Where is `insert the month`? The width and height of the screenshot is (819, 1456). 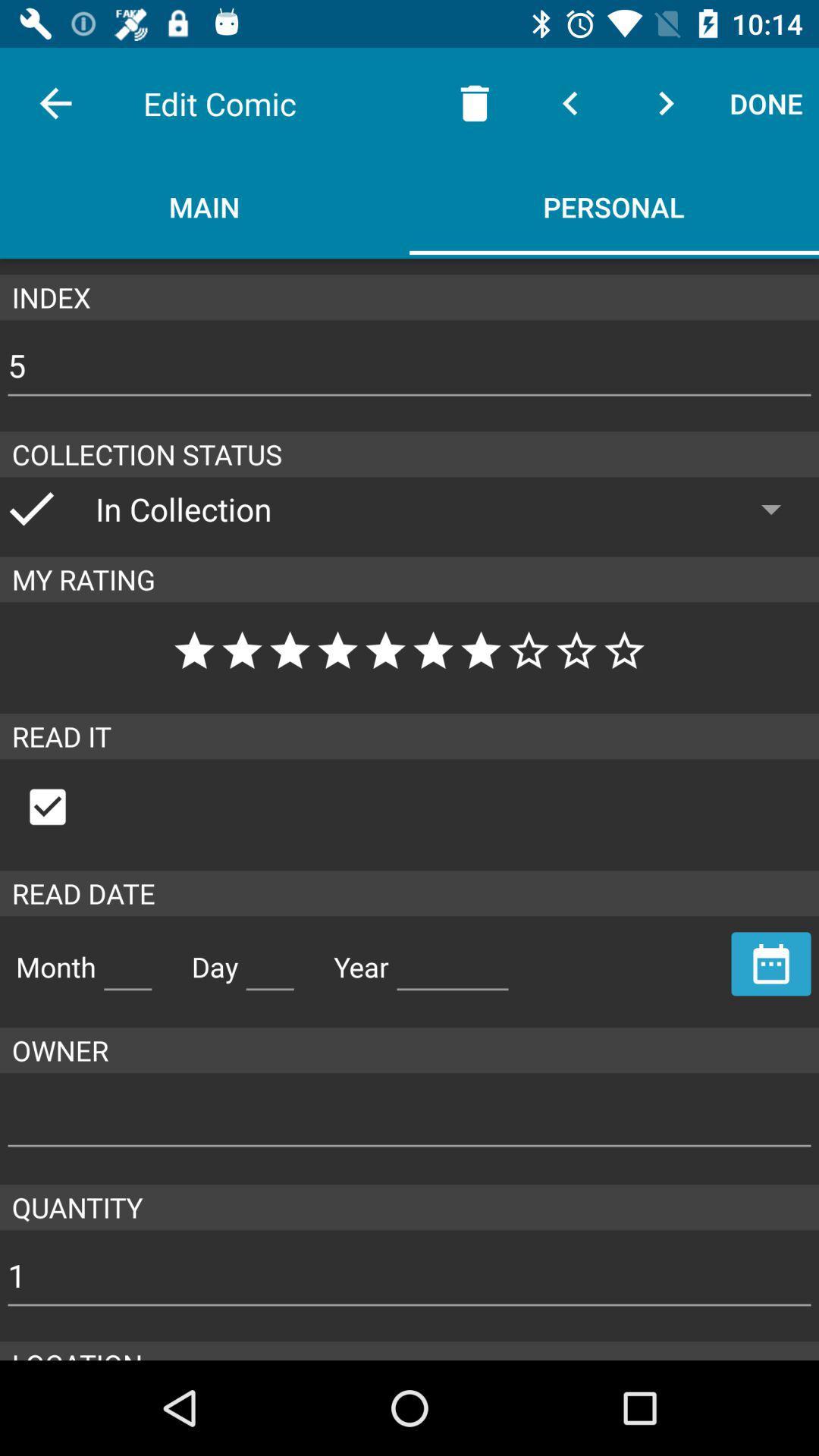 insert the month is located at coordinates (127, 960).